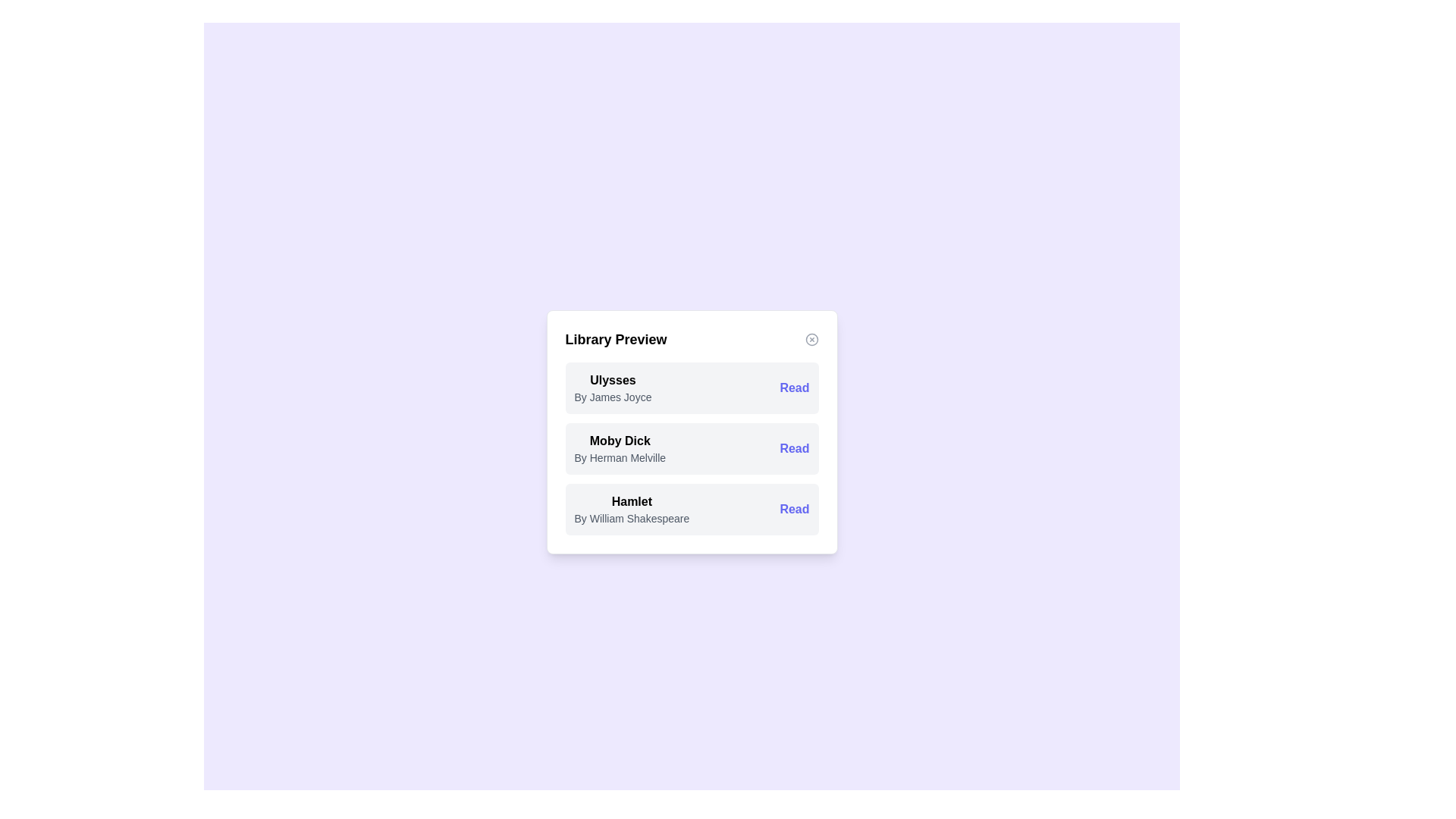 This screenshot has width=1456, height=819. Describe the element at coordinates (793, 447) in the screenshot. I see `'Read' button for the book titled 'Moby Dick'` at that location.